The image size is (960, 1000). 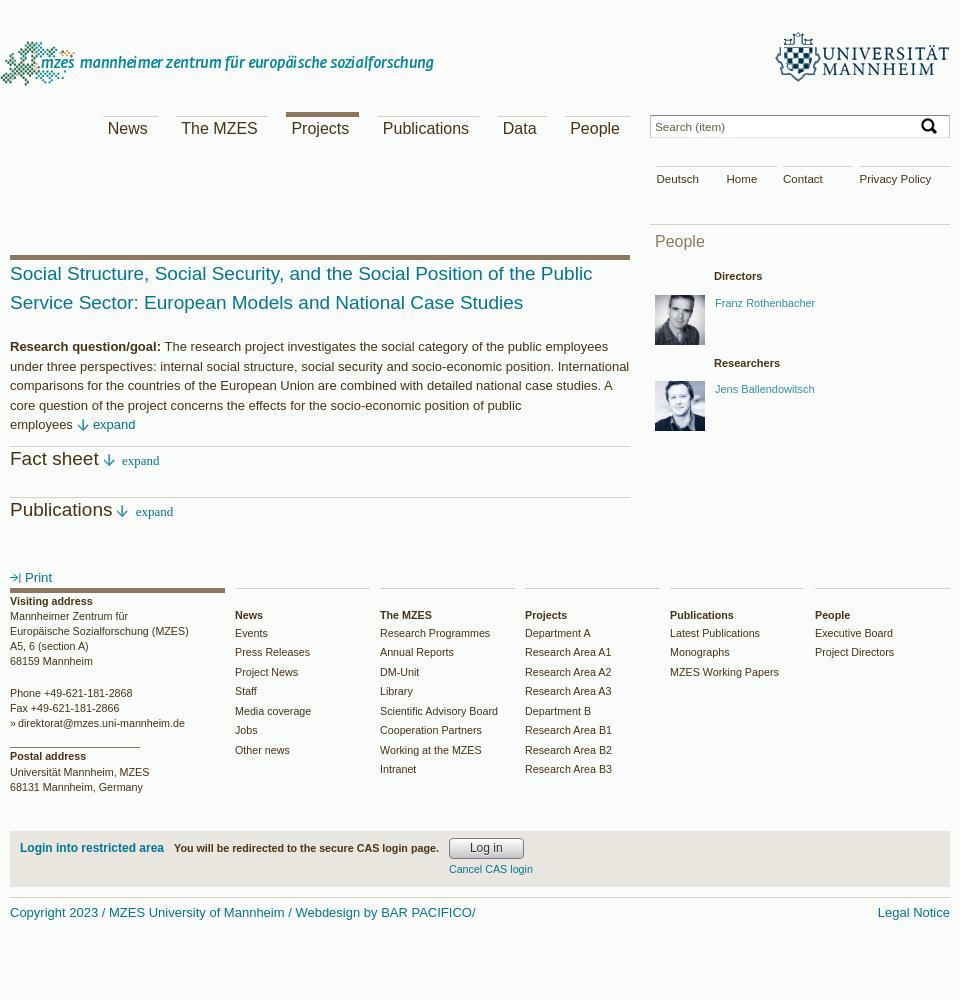 What do you see at coordinates (241, 911) in the screenshot?
I see `'Copyright 2023 / MZES University of Mannheim / Webdesign by BAR PACIFICO/'` at bounding box center [241, 911].